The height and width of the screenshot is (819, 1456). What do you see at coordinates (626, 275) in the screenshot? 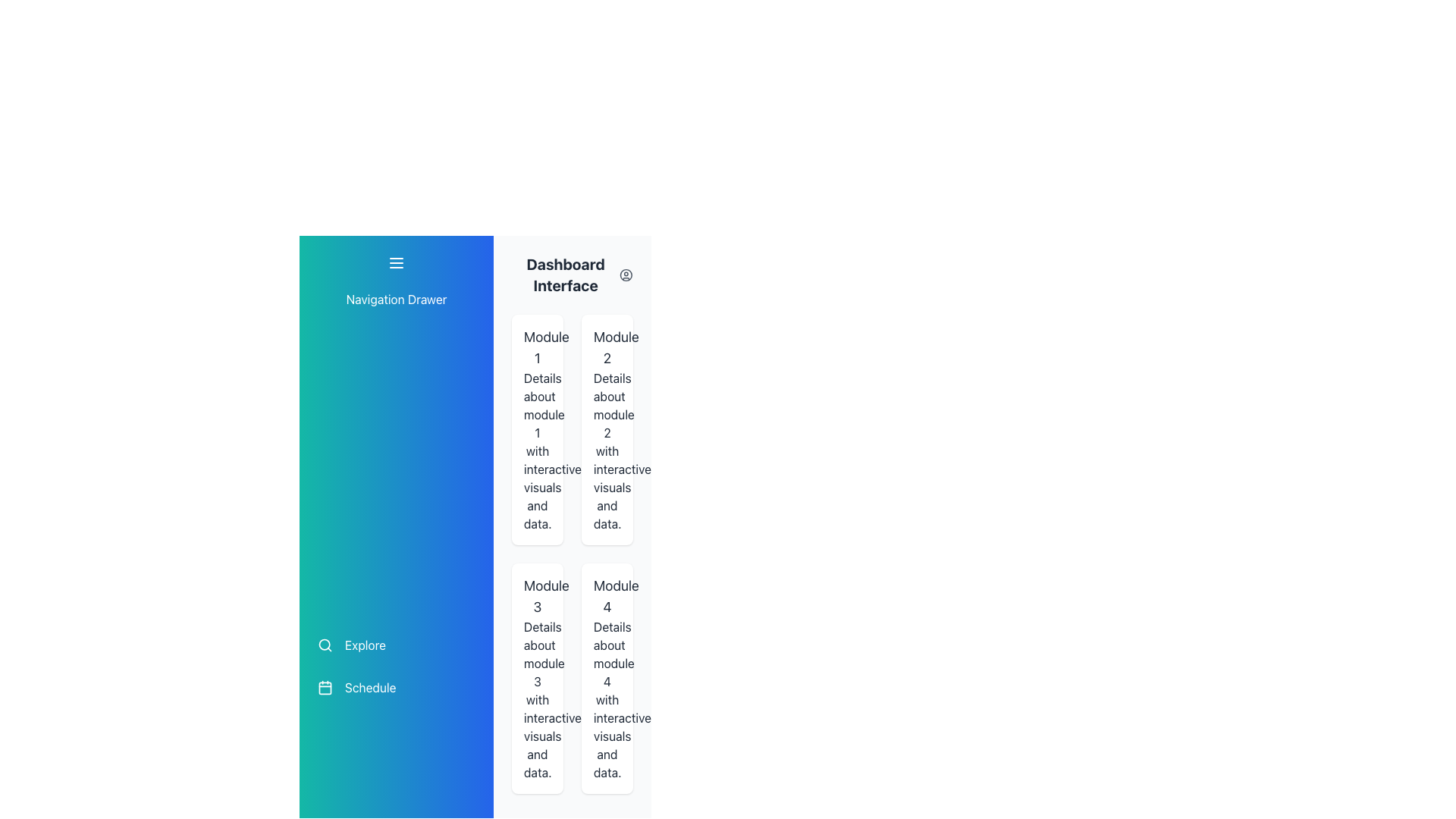
I see `the user profile icon, which is a circular avatar with a gradient-shaded outline located on the rightmost side of the 'Dashboard Interface' header` at bounding box center [626, 275].